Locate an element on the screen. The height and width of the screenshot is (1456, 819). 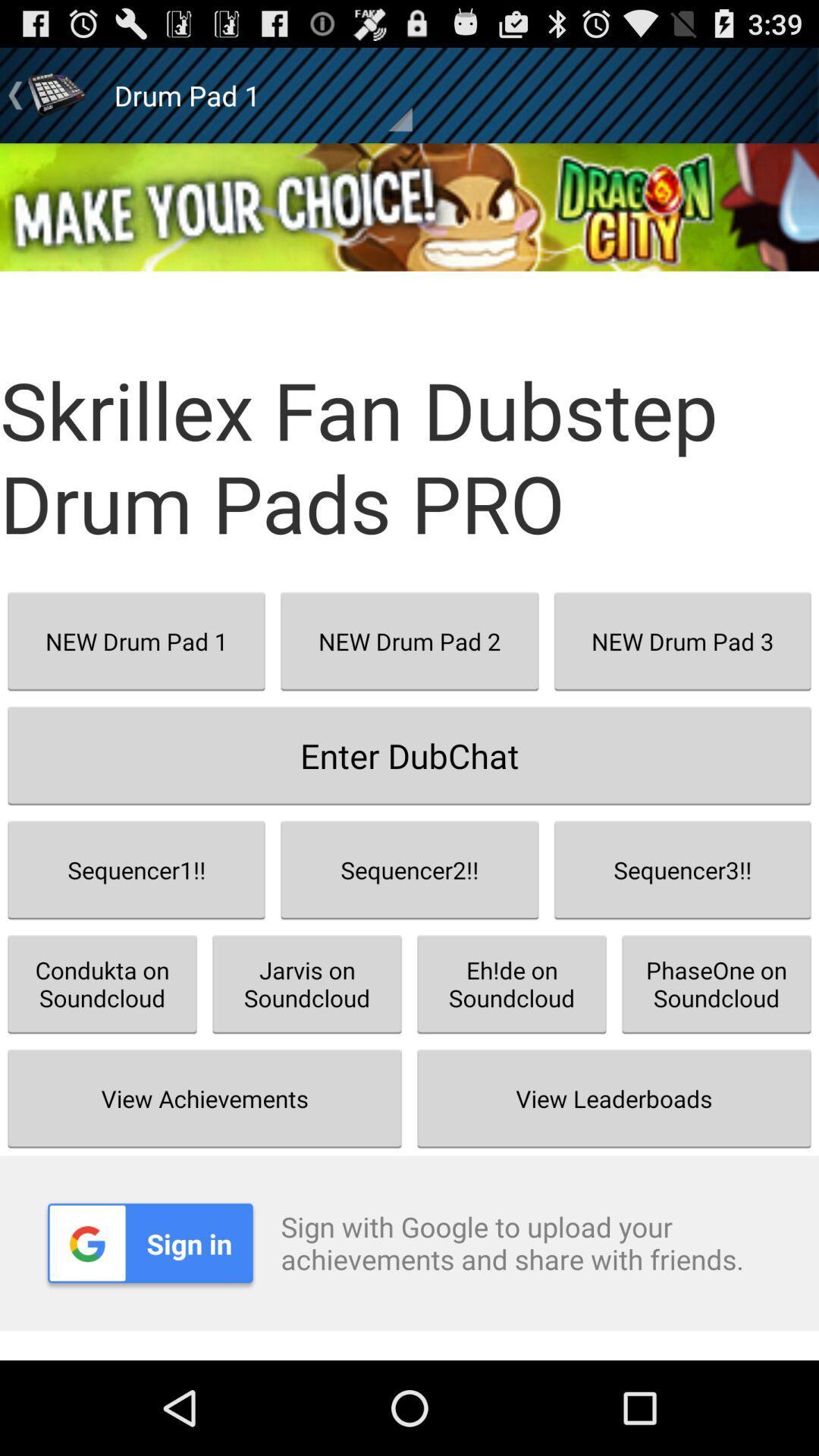
button below the jarvis on soundcloud item is located at coordinates (614, 1098).